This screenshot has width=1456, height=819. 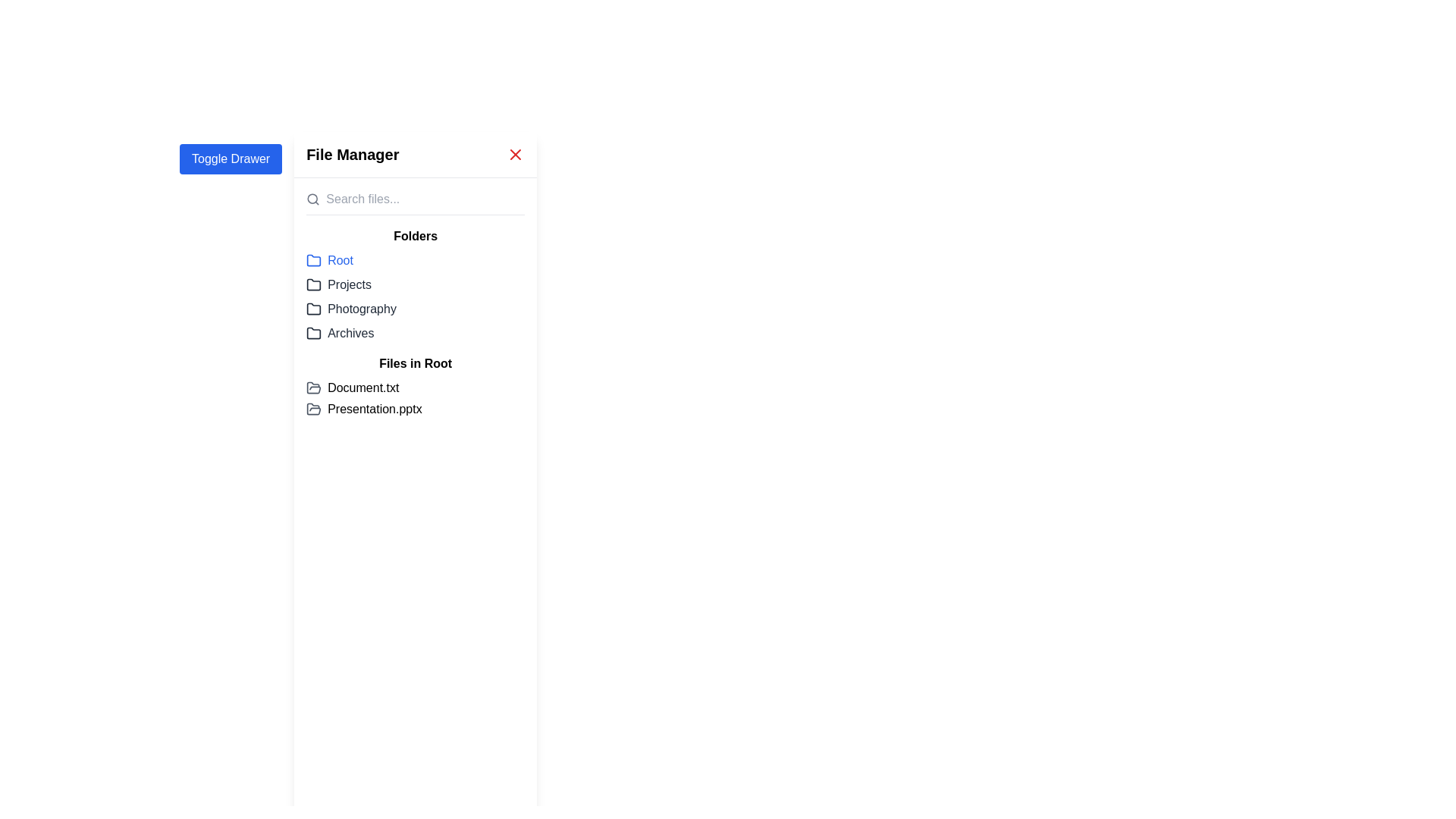 What do you see at coordinates (313, 332) in the screenshot?
I see `the folder icon located to the left of the 'Archives' text in the sidebar under the 'Folders' heading` at bounding box center [313, 332].